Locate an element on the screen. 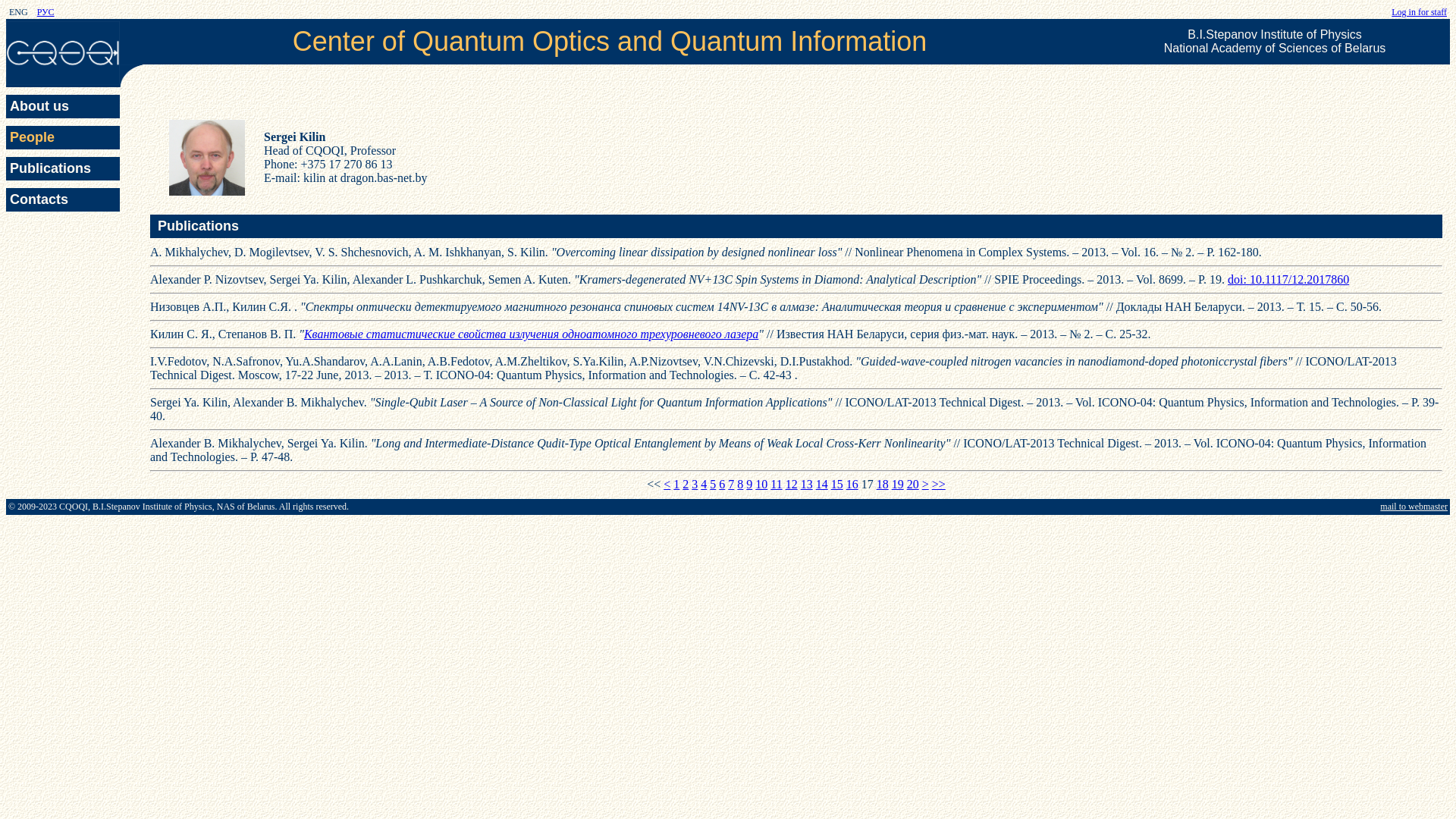 This screenshot has height=819, width=1456. 'Contacts' is located at coordinates (61, 199).